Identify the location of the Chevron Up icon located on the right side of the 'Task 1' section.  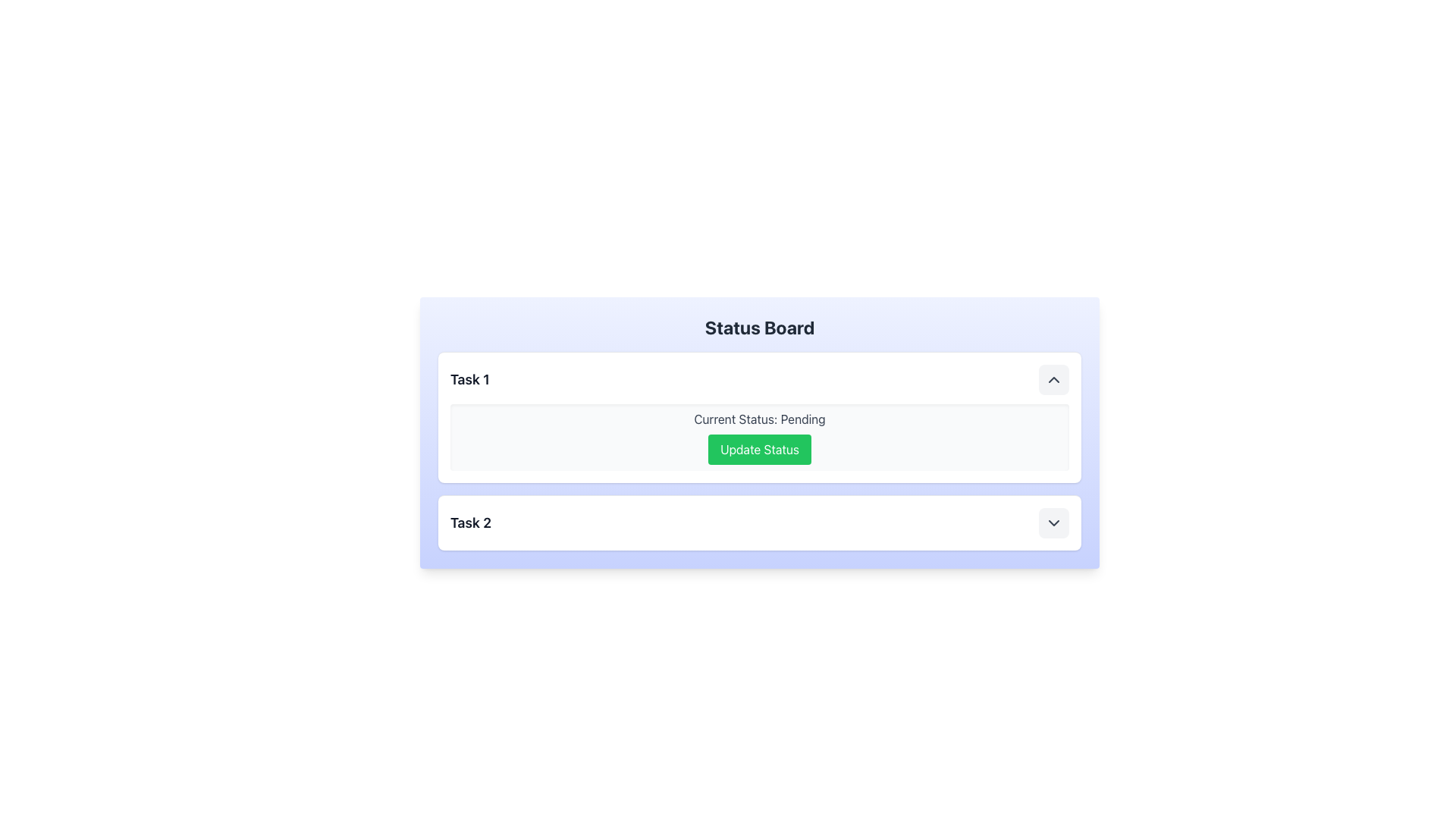
(1053, 379).